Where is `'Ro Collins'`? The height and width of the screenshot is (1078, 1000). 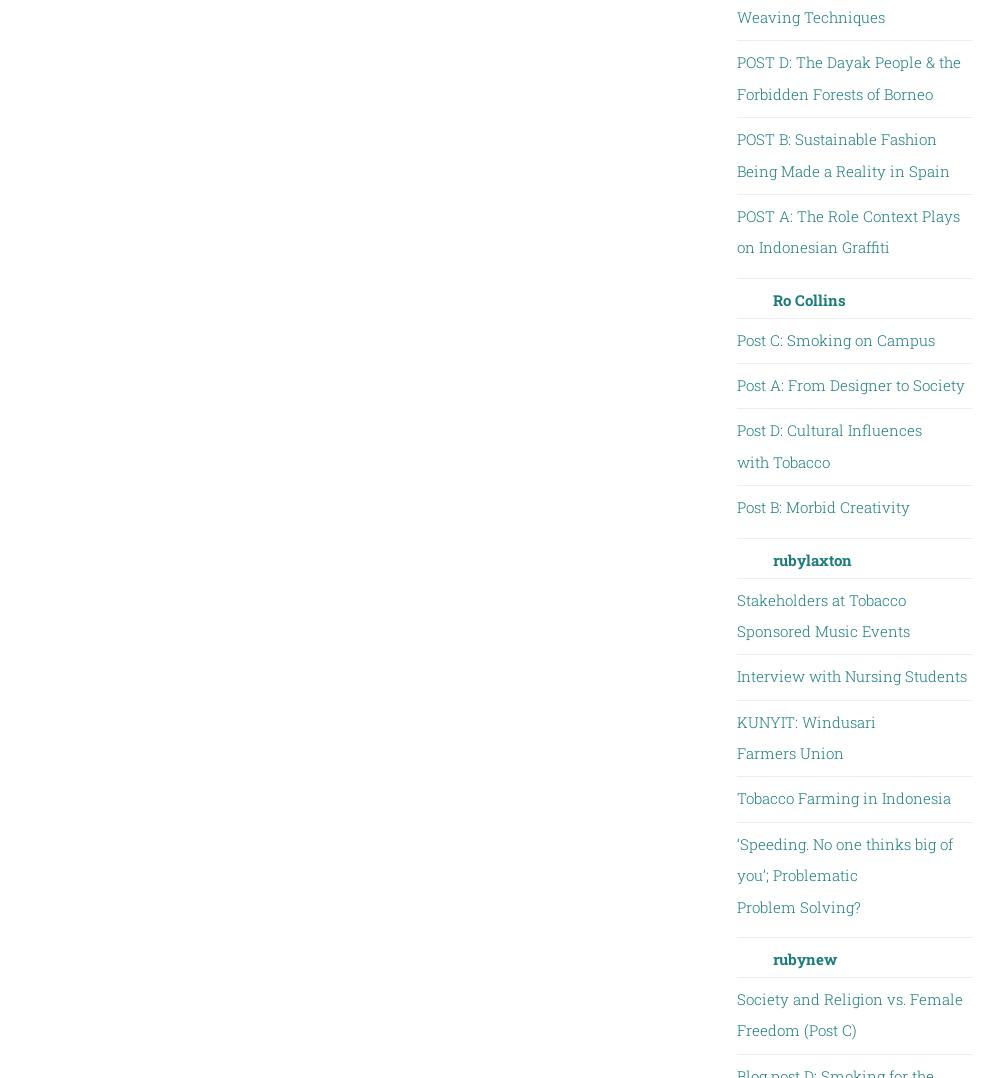 'Ro Collins' is located at coordinates (808, 299).